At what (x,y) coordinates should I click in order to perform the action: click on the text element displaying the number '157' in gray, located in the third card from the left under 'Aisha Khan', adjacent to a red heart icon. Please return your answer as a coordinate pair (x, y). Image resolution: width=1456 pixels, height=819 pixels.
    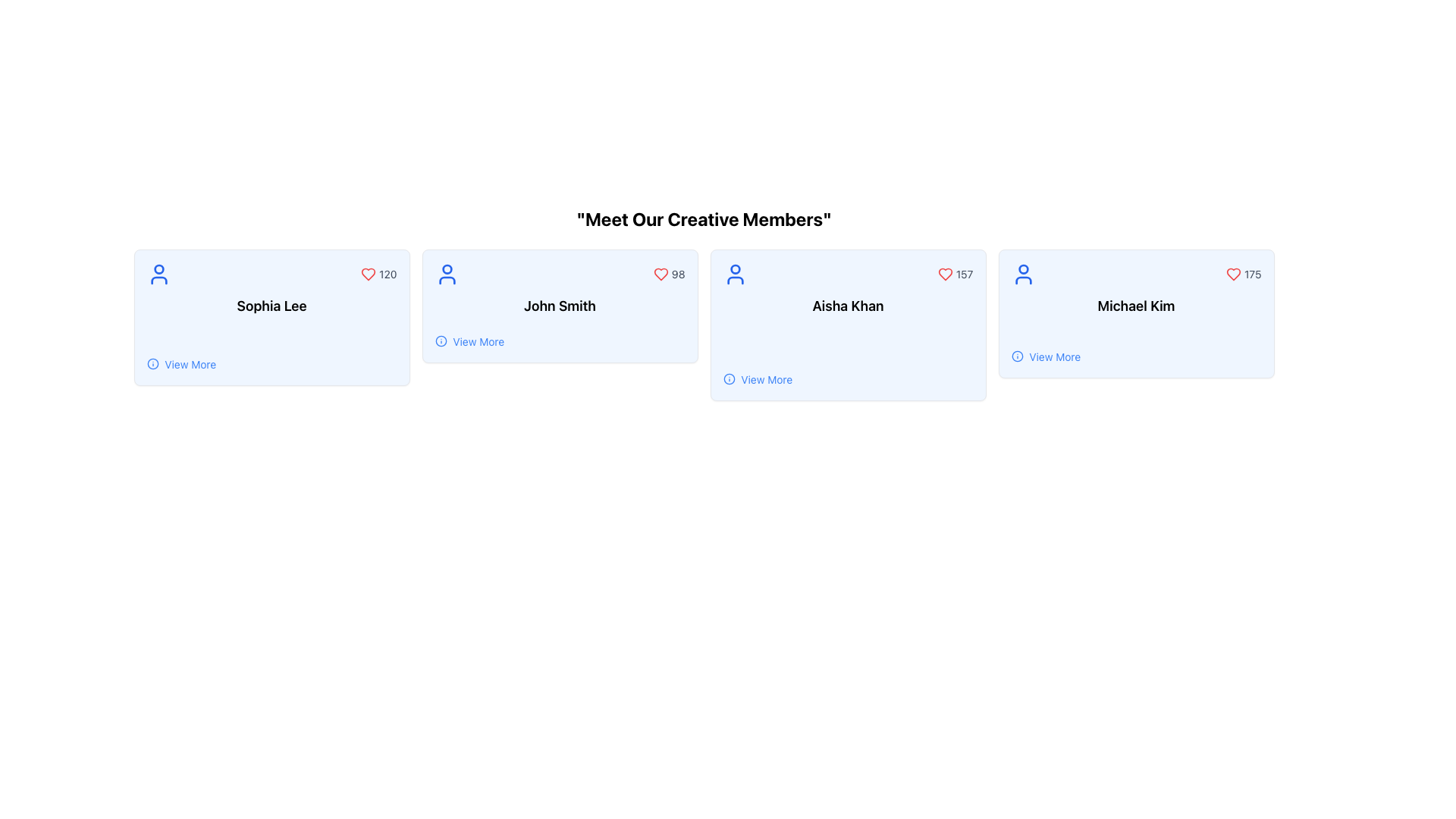
    Looking at the image, I should click on (964, 275).